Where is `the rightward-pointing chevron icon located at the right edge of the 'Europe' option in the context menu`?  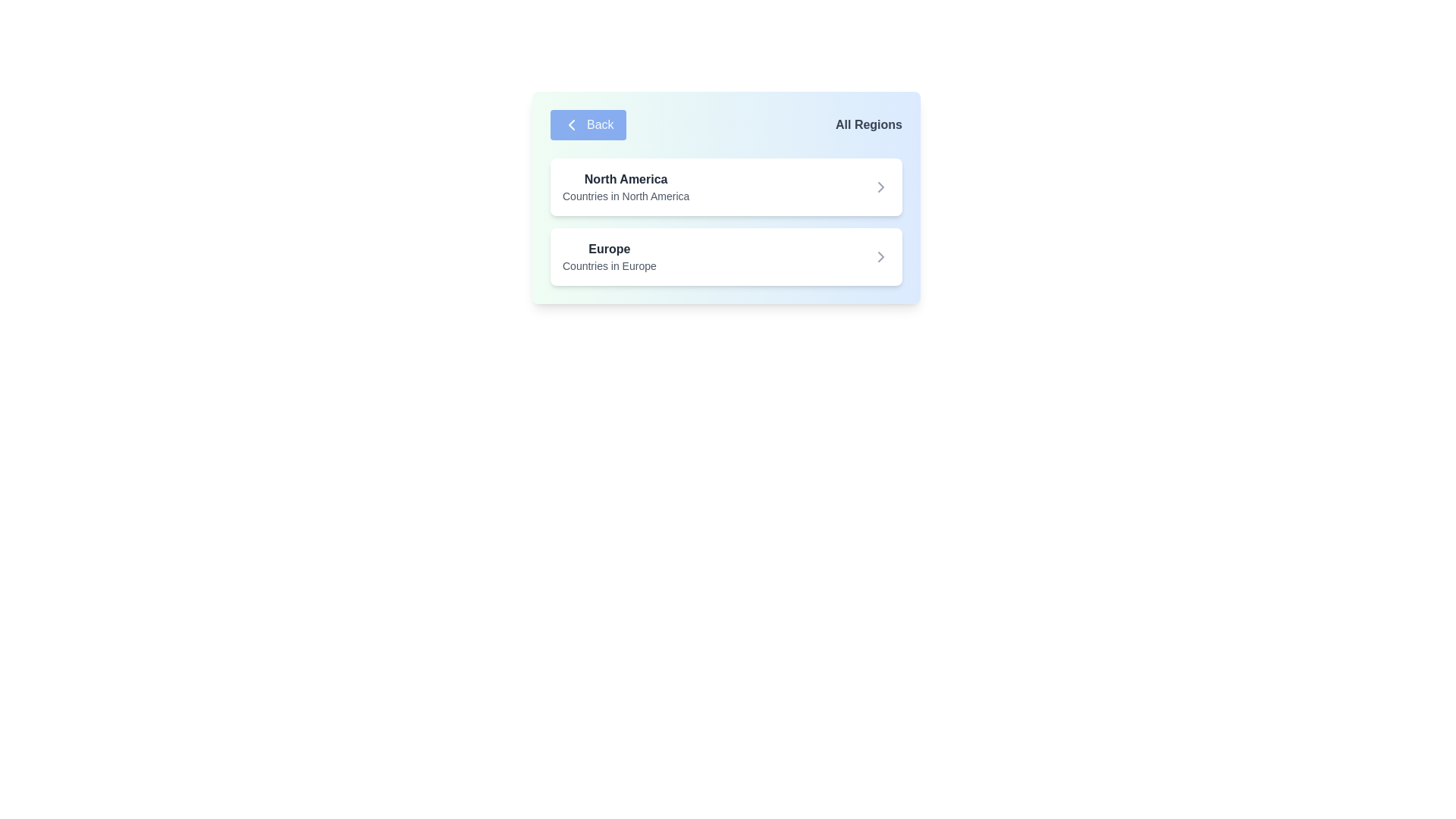
the rightward-pointing chevron icon located at the right edge of the 'Europe' option in the context menu is located at coordinates (880, 256).